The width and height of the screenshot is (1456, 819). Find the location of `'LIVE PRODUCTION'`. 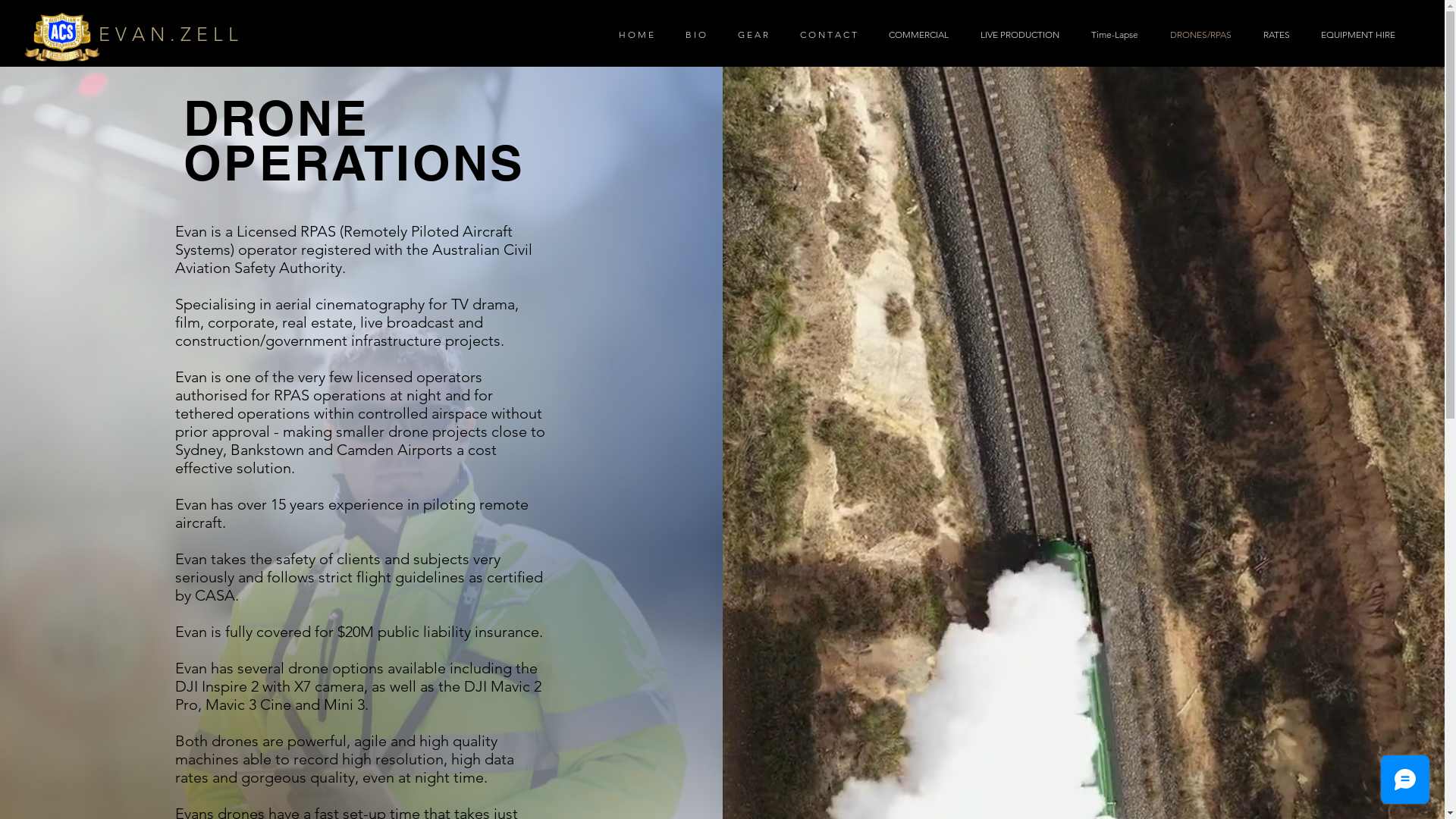

'LIVE PRODUCTION' is located at coordinates (1015, 34).